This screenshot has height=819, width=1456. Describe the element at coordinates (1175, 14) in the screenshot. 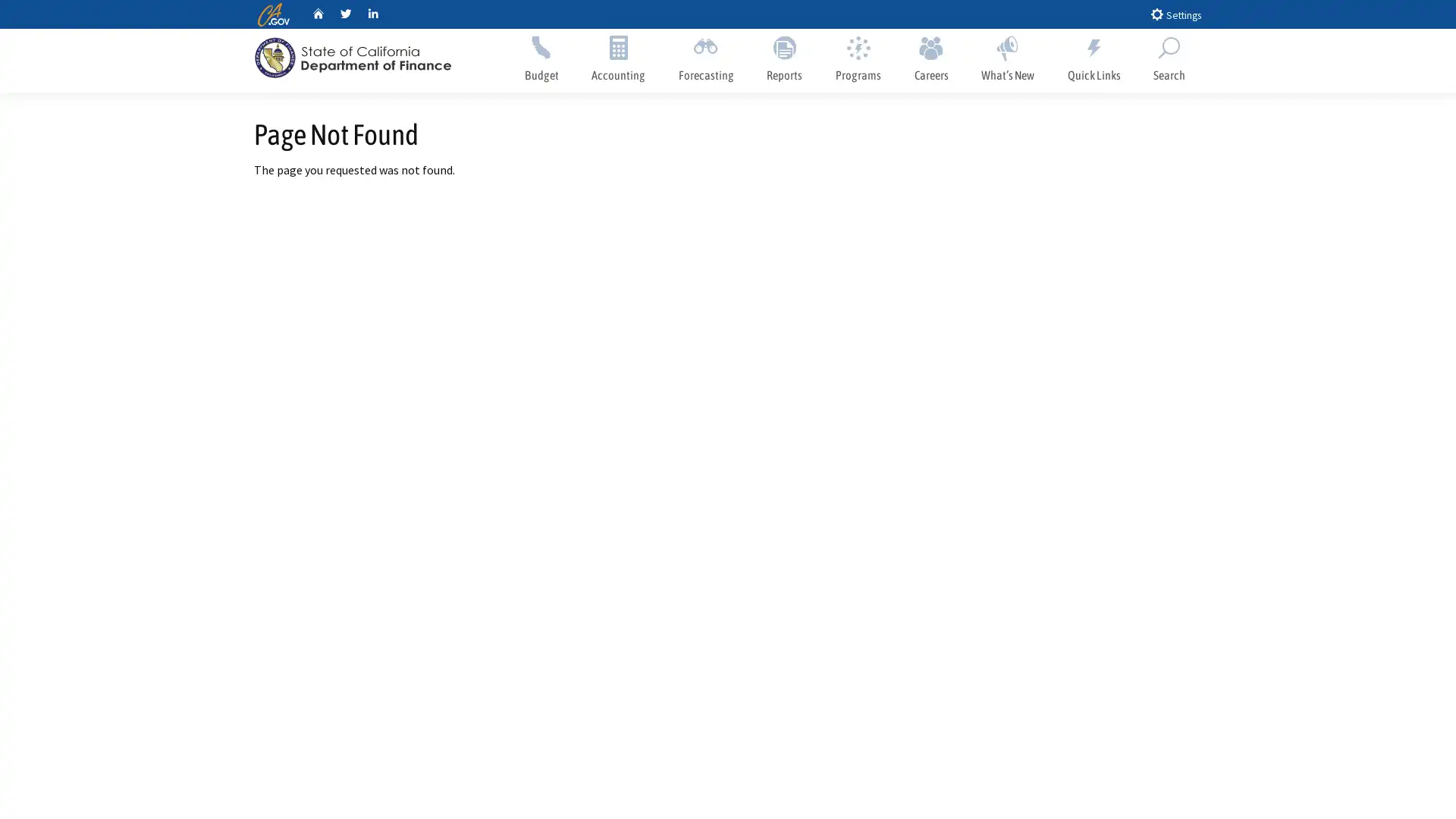

I see `Settings` at that location.